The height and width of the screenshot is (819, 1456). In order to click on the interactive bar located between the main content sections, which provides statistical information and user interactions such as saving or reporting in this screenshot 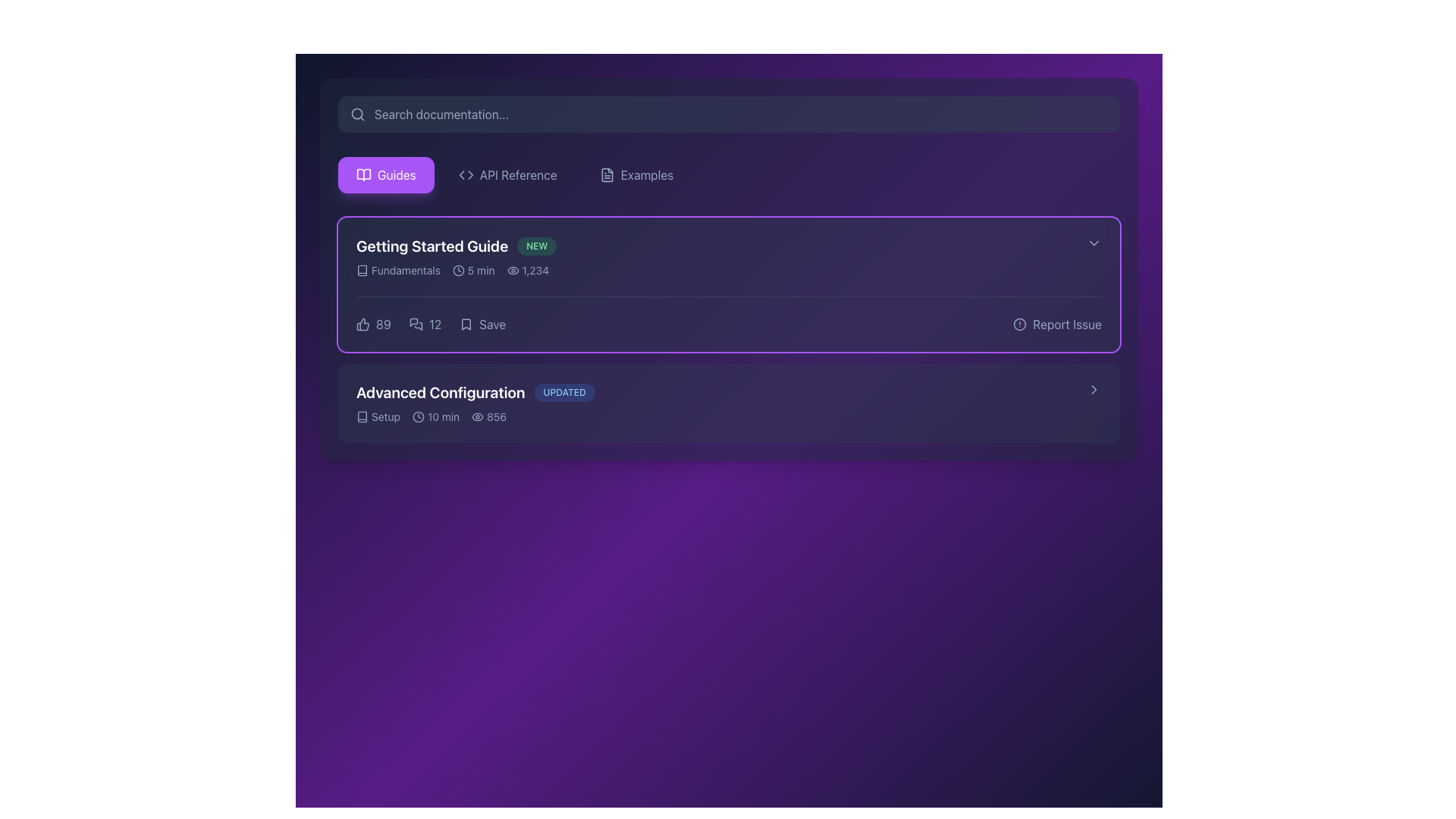, I will do `click(729, 324)`.